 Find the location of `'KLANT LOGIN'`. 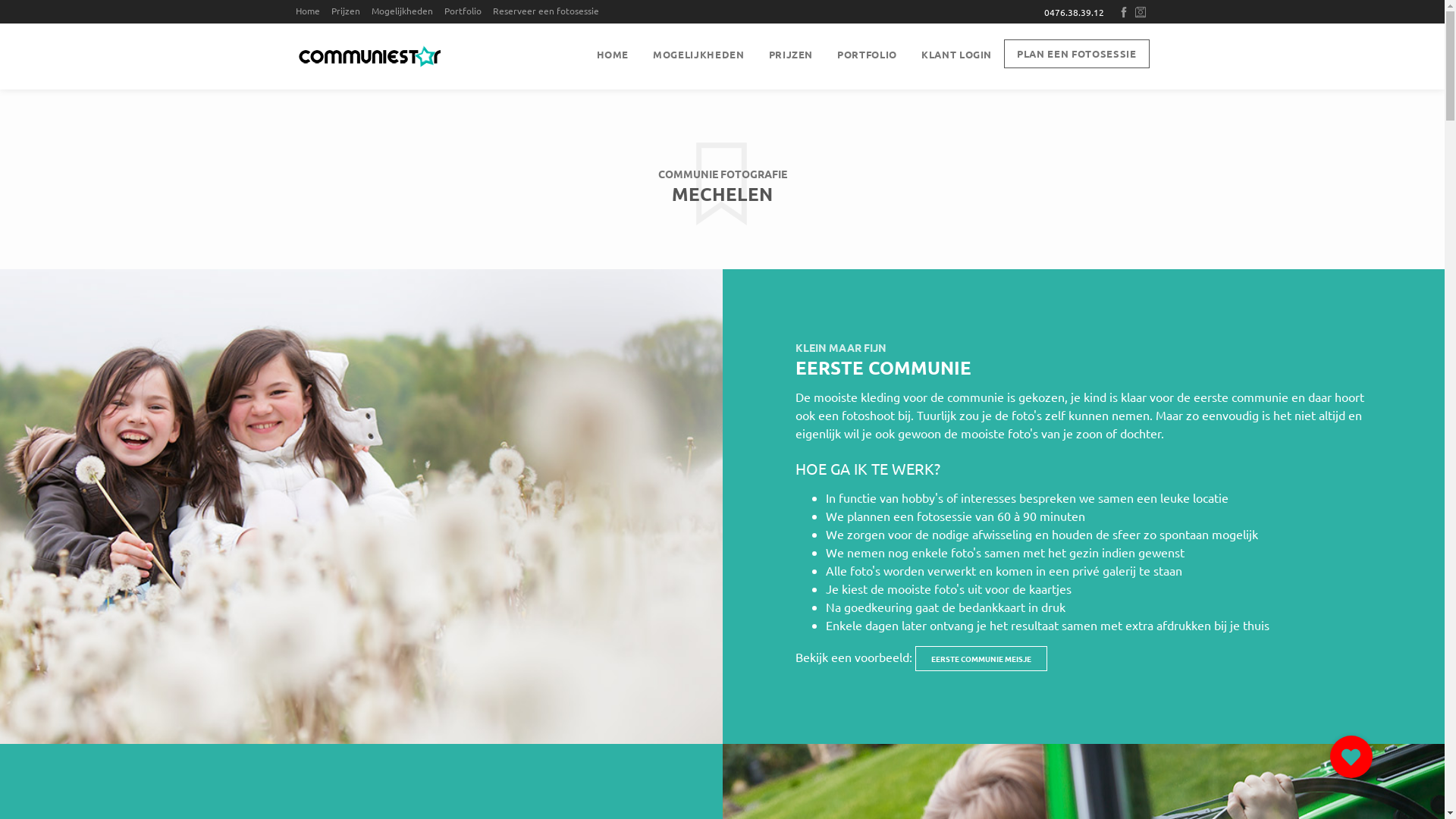

'KLANT LOGIN' is located at coordinates (955, 54).